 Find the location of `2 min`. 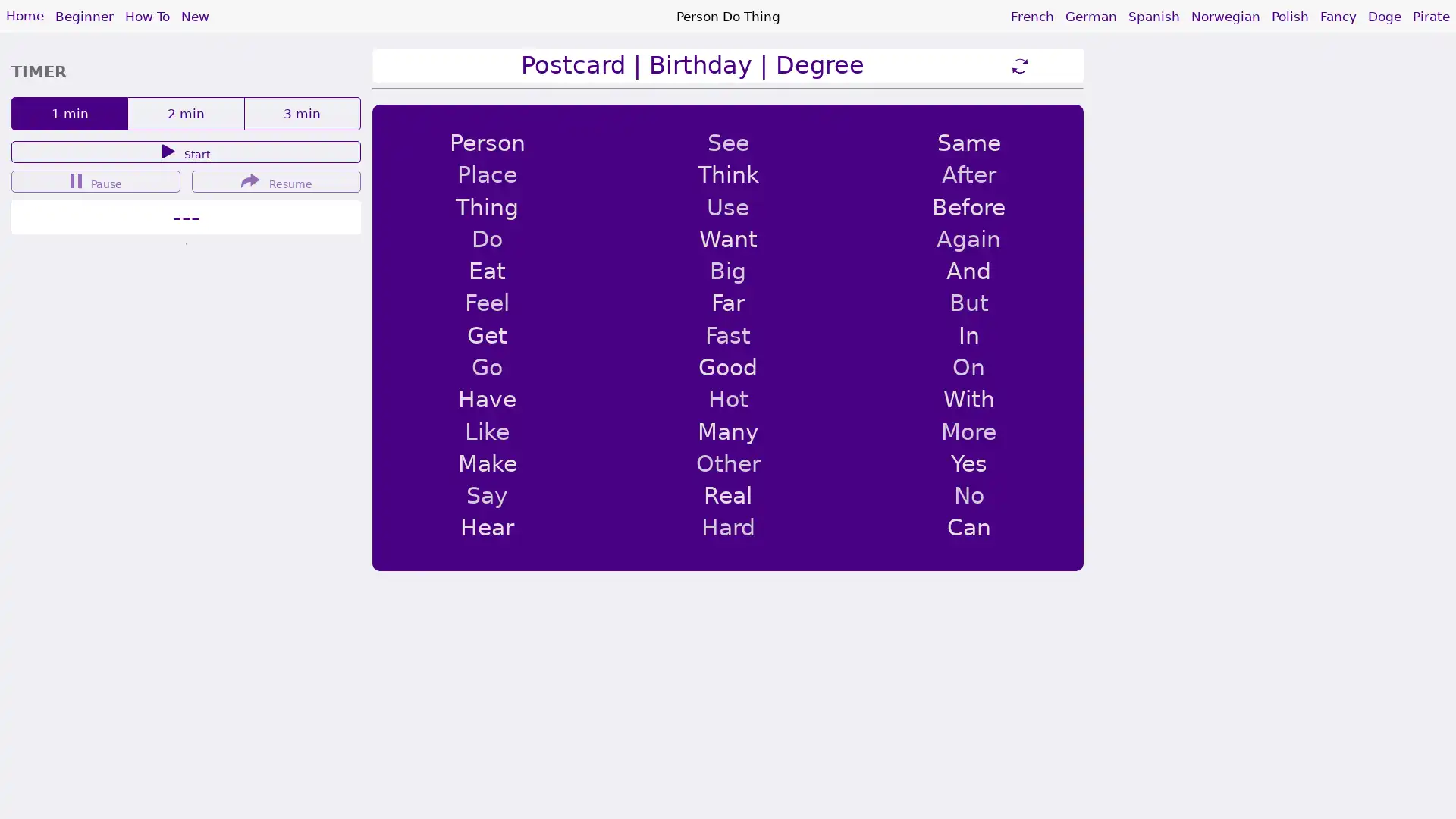

2 min is located at coordinates (185, 113).